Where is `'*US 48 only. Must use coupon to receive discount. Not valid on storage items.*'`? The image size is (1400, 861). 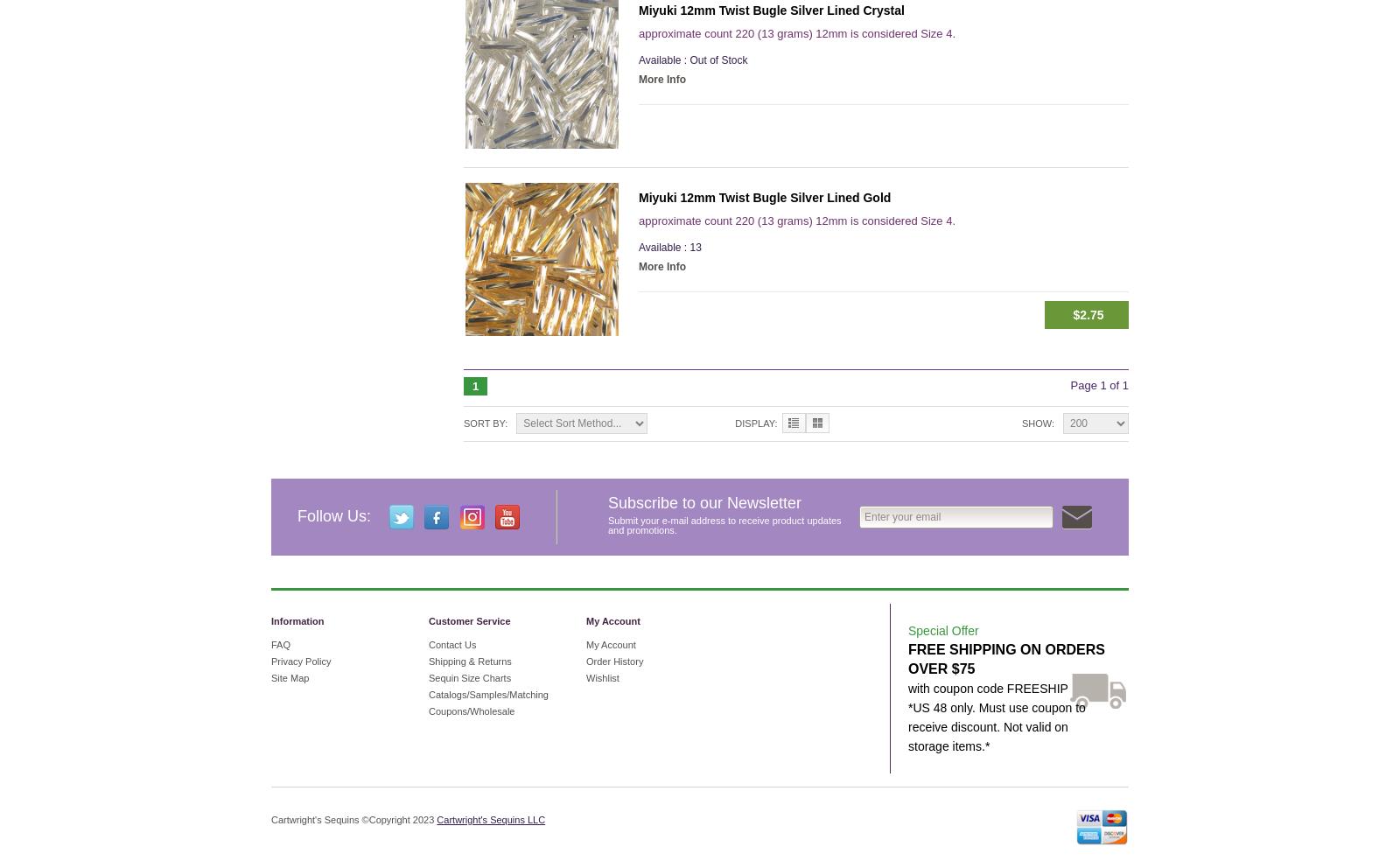 '*US 48 only. Must use coupon to receive discount. Not valid on storage items.*' is located at coordinates (997, 725).